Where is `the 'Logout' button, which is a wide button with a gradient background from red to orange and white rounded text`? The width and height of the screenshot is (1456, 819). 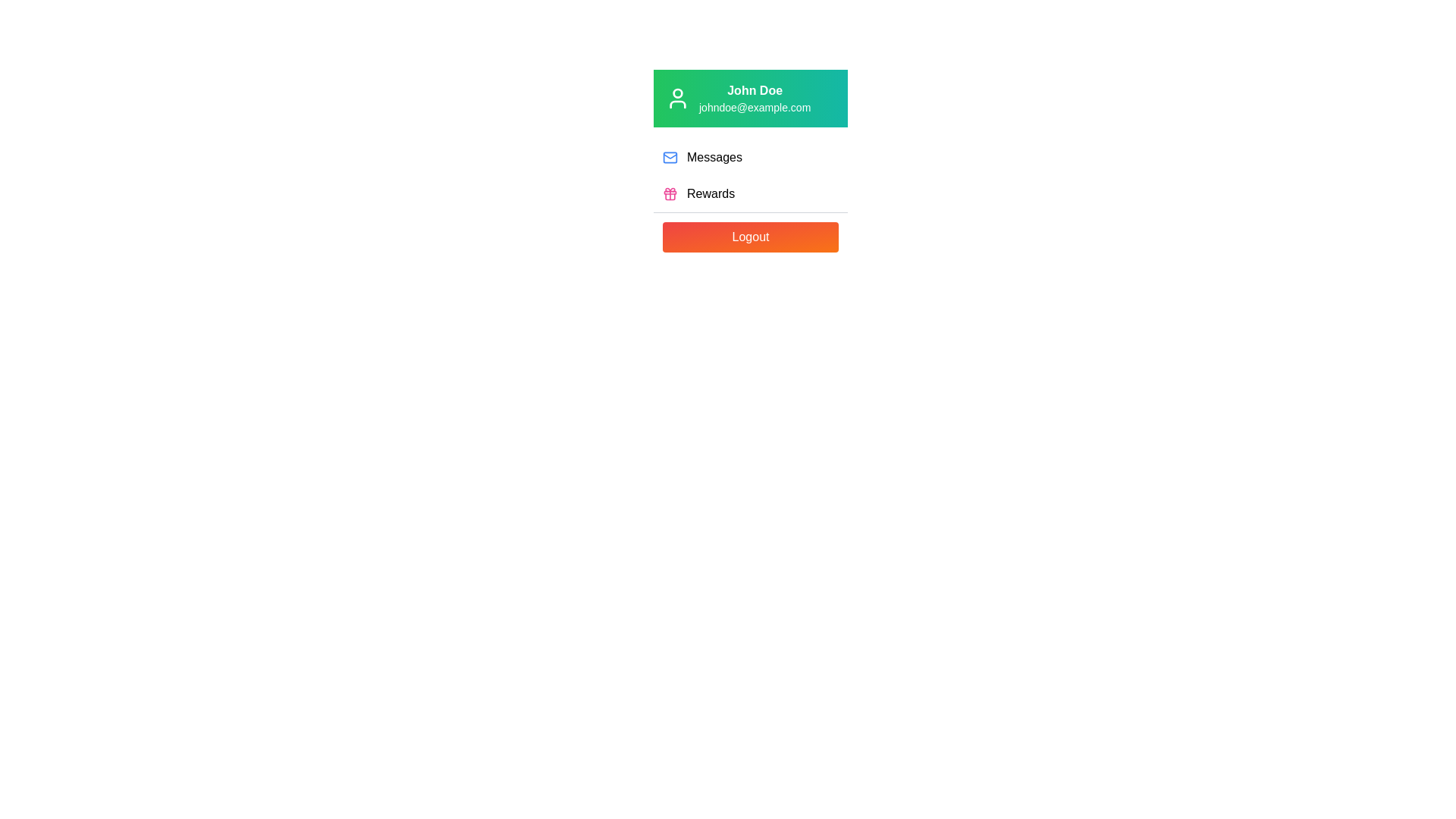 the 'Logout' button, which is a wide button with a gradient background from red to orange and white rounded text is located at coordinates (750, 237).